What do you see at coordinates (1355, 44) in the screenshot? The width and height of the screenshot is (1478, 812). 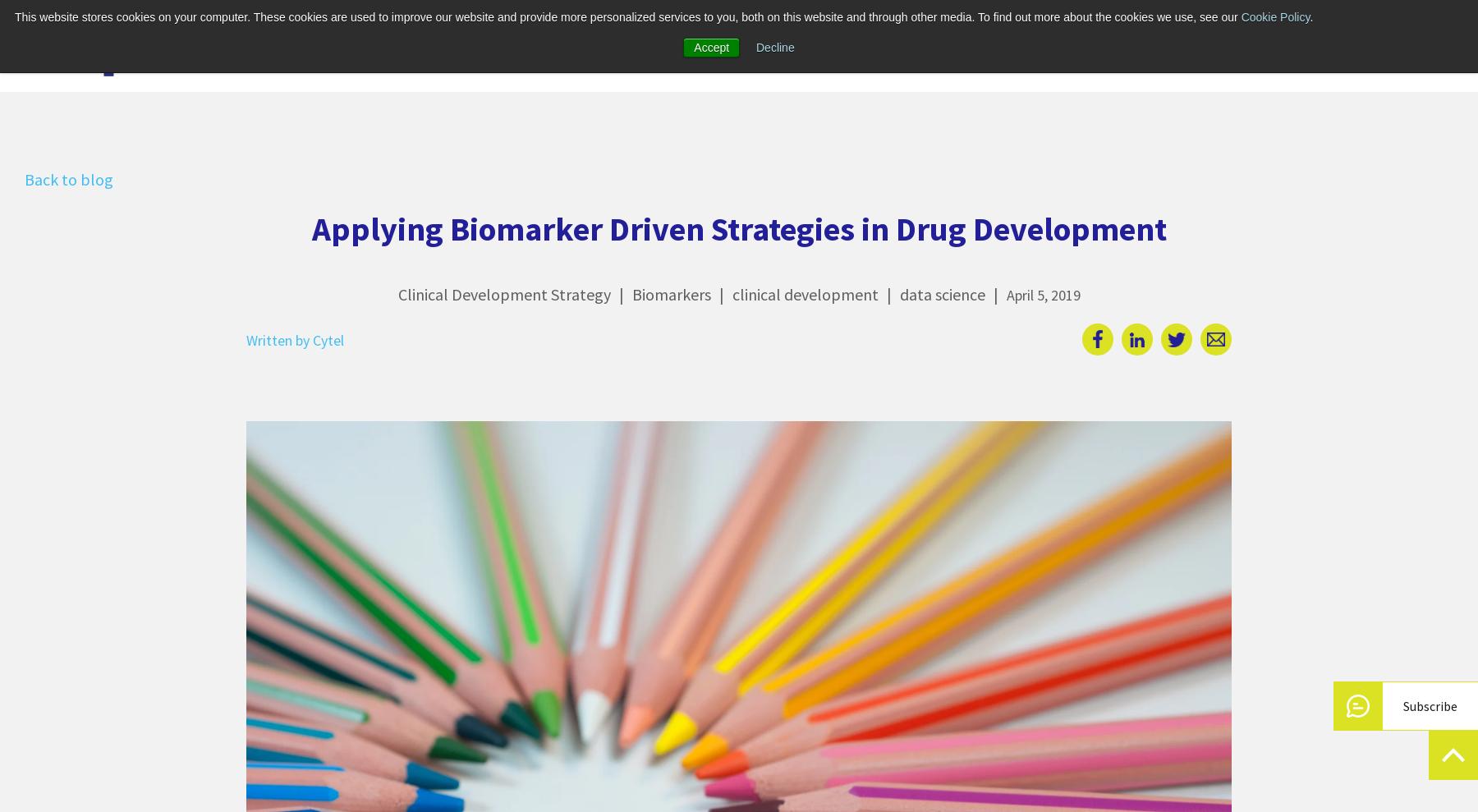 I see `'Login'` at bounding box center [1355, 44].